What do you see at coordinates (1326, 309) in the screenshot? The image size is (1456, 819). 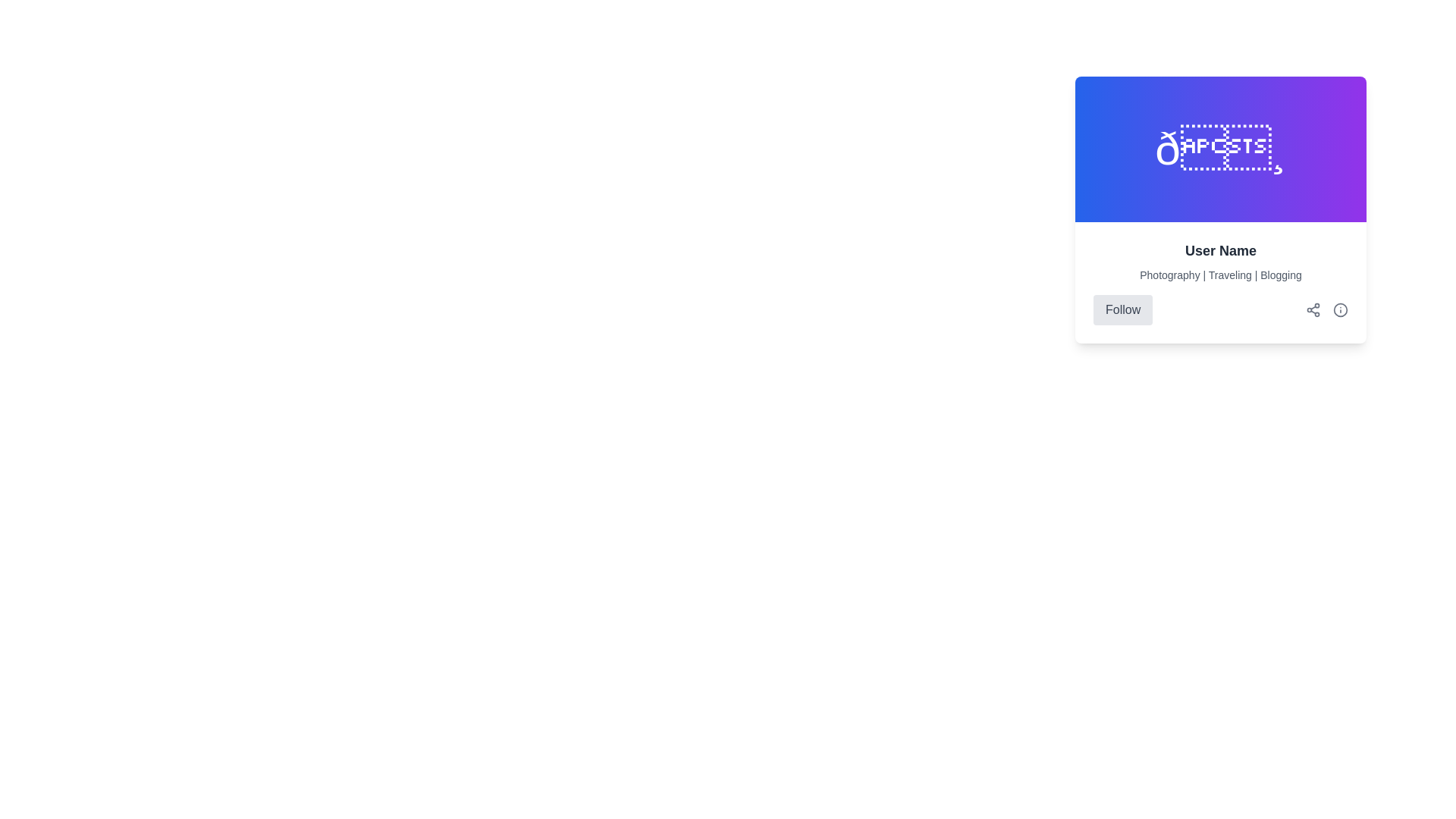 I see `the 'share' icon in the horizontal icon group, which is located on the bottom right of the user card beside the 'Follow' button` at bounding box center [1326, 309].